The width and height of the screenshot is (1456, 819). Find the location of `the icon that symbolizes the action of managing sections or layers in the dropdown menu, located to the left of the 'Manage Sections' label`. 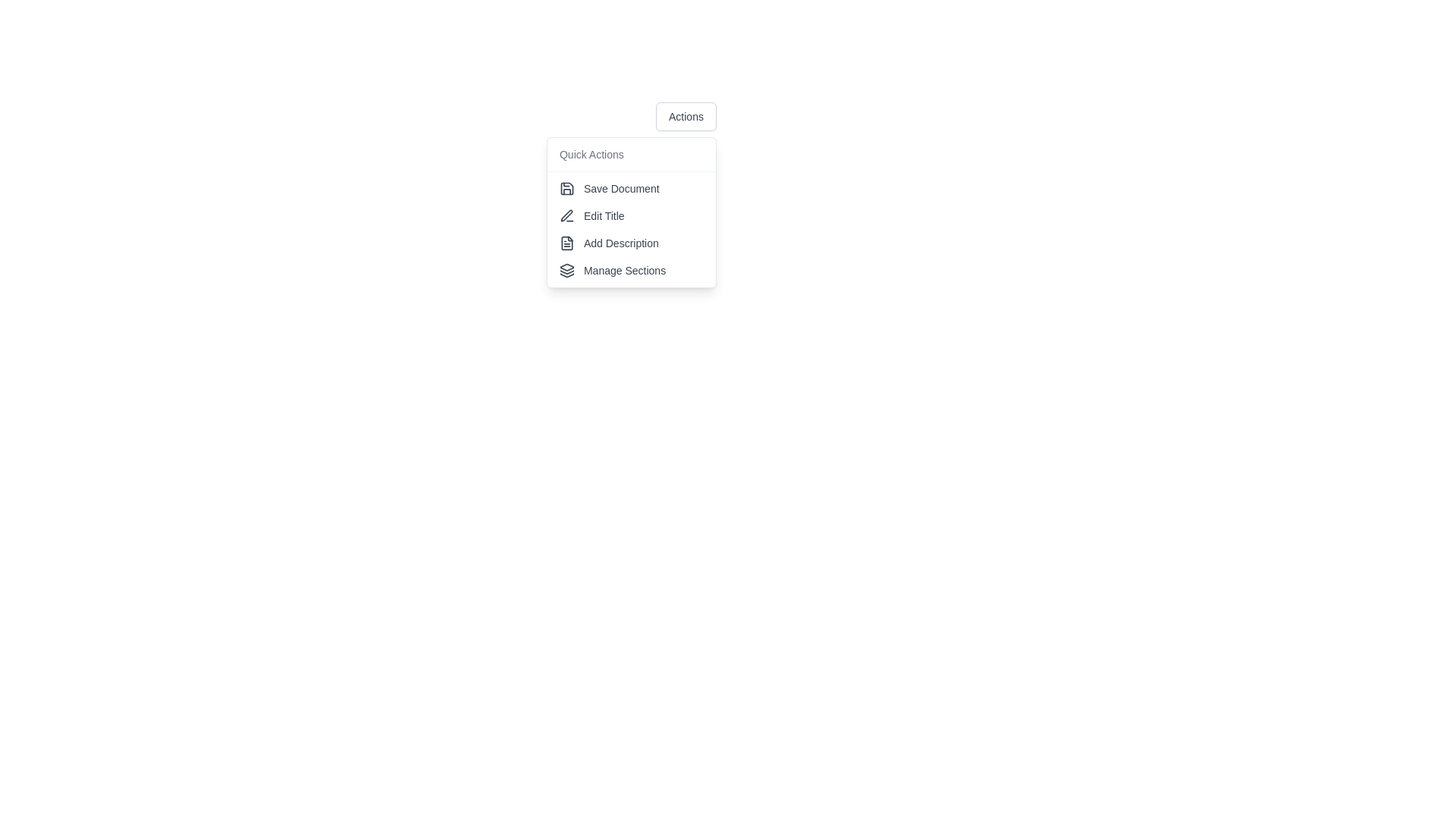

the icon that symbolizes the action of managing sections or layers in the dropdown menu, located to the left of the 'Manage Sections' label is located at coordinates (566, 270).